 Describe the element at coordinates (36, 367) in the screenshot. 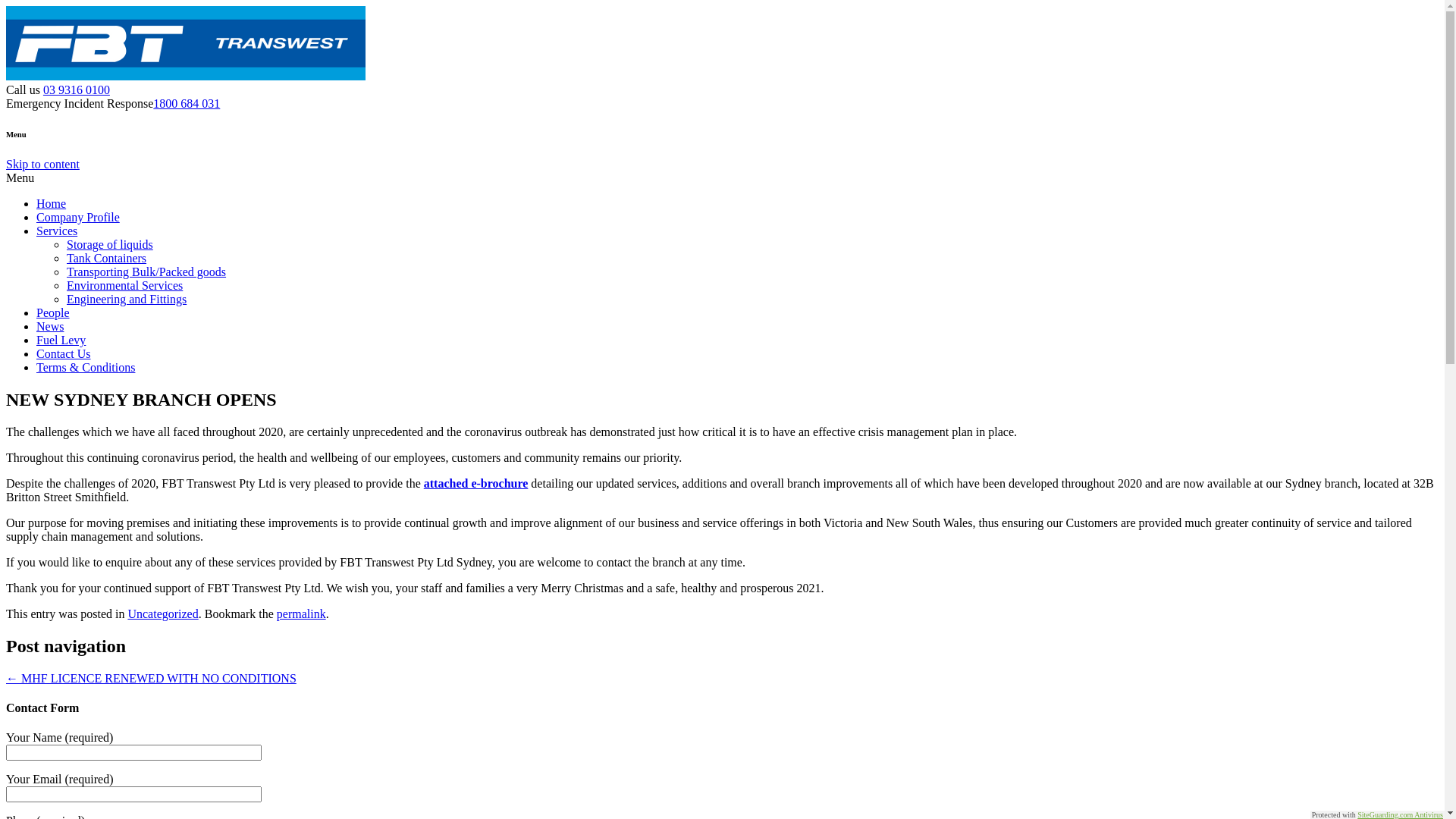

I see `'Terms & Conditions'` at that location.